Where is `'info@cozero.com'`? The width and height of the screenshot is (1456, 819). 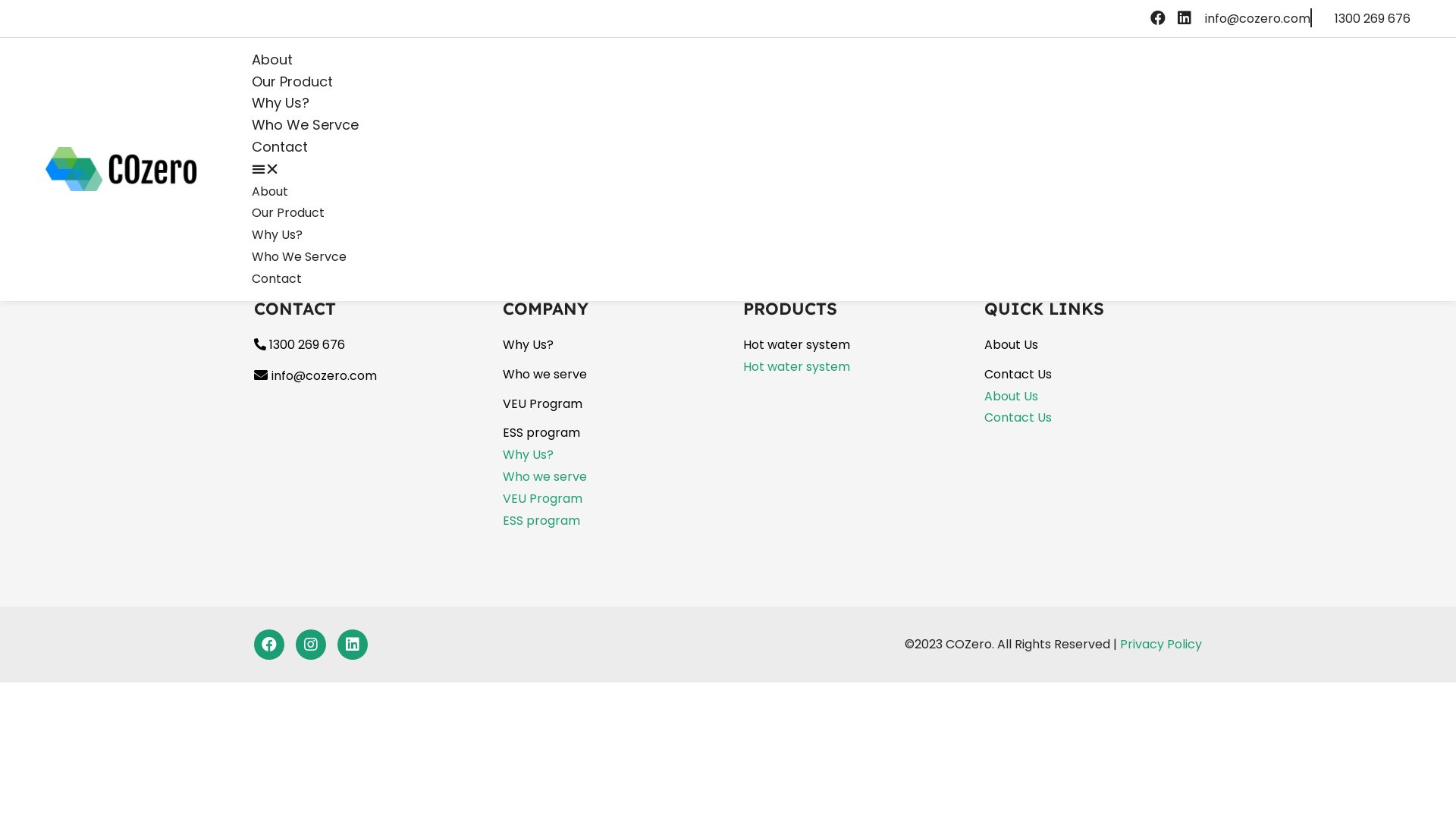
'info@cozero.com' is located at coordinates (1257, 18).